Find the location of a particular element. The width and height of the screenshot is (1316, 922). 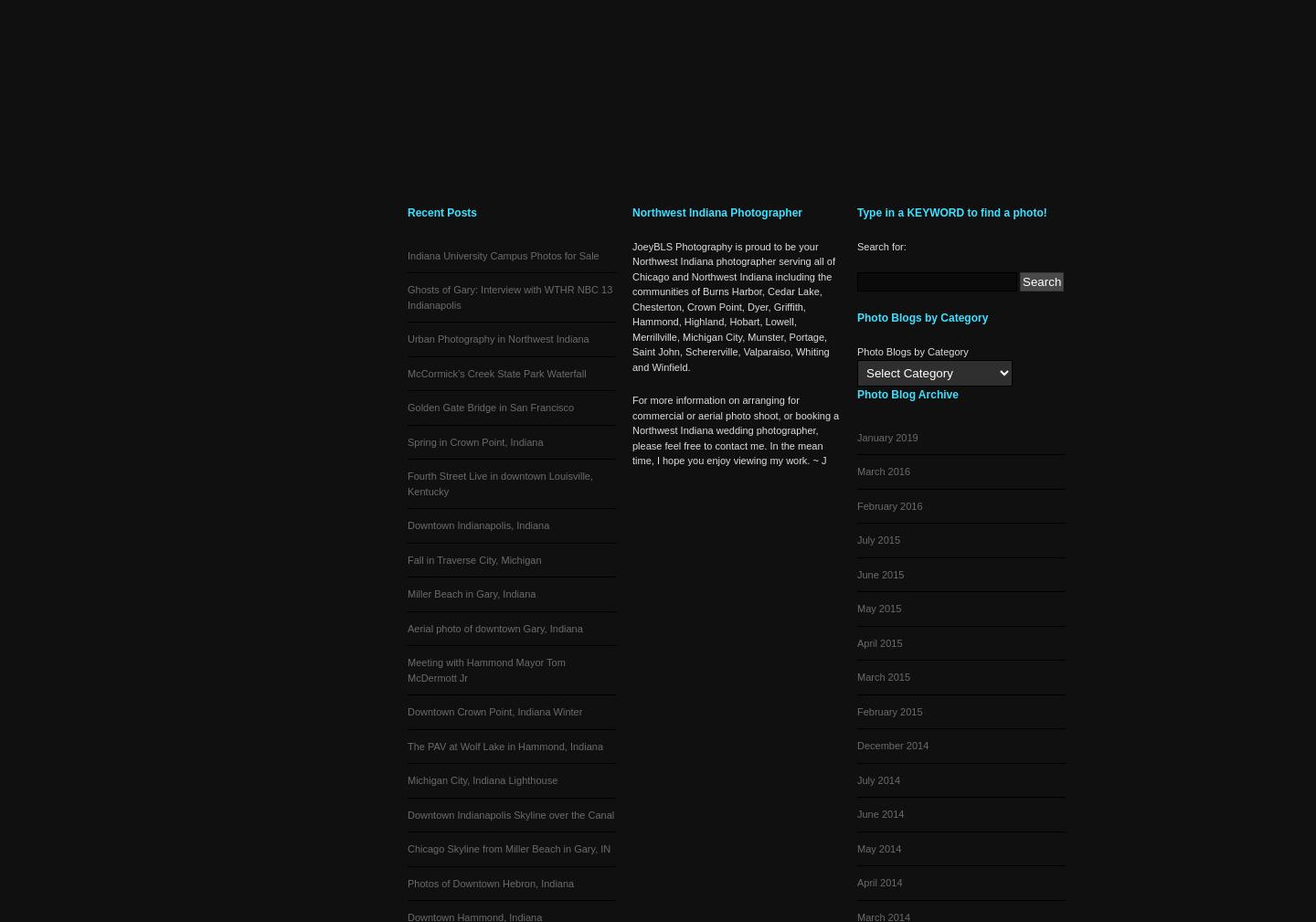

'Type in a KEYWORD to find a photo!' is located at coordinates (951, 210).